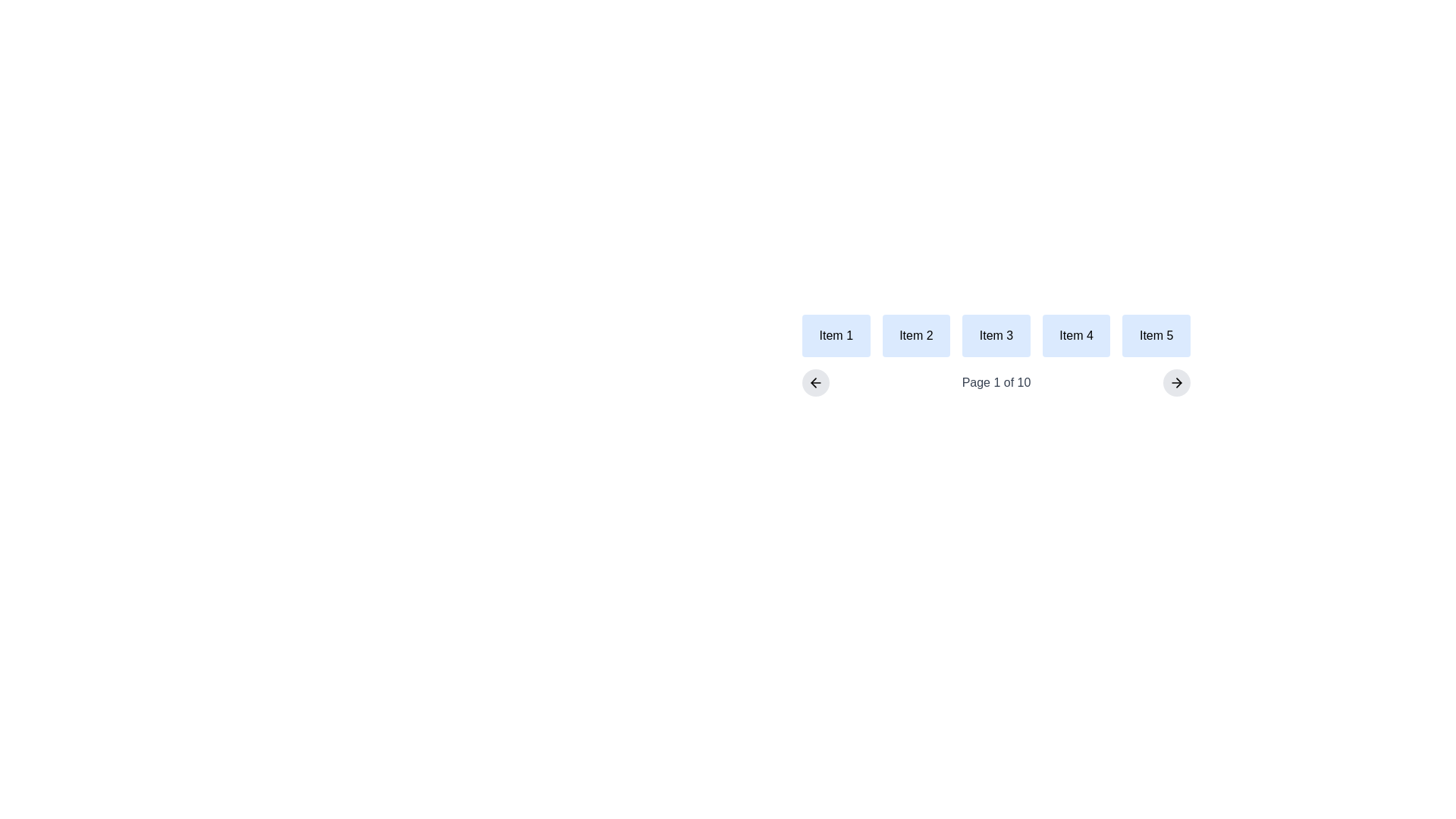  What do you see at coordinates (996, 382) in the screenshot?
I see `the static text label that indicates the current page number and total pages within the pagination interface, located between the left and right arrows` at bounding box center [996, 382].